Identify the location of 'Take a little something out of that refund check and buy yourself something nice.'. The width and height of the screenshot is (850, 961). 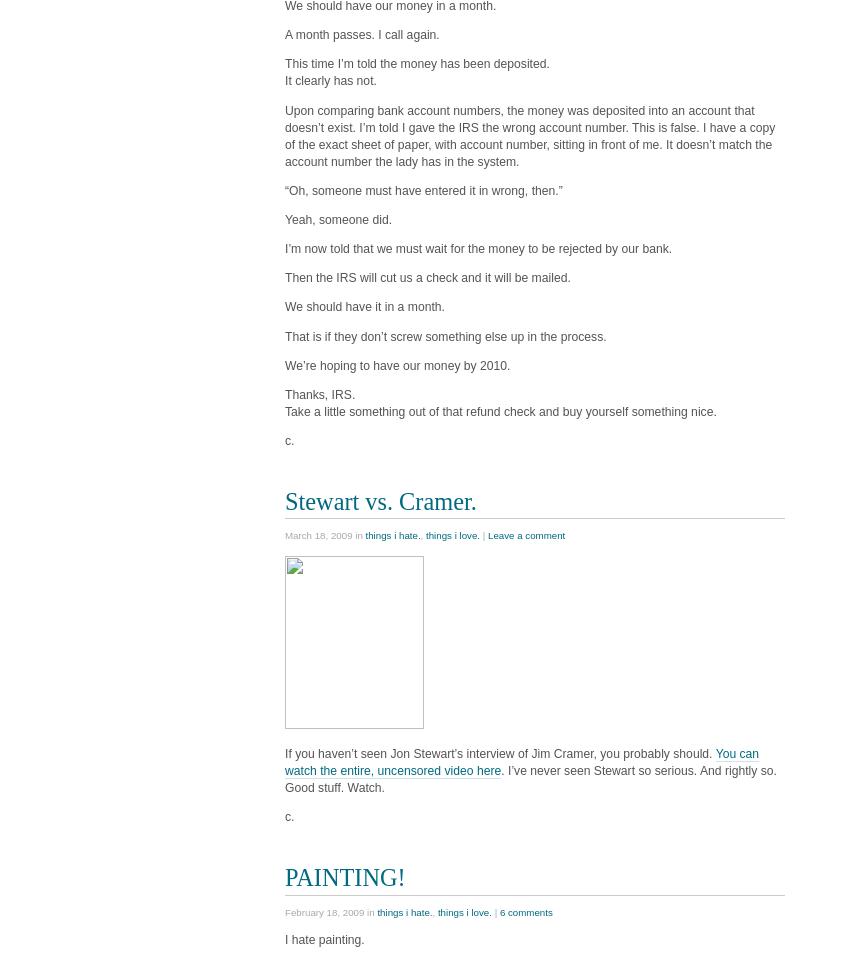
(500, 411).